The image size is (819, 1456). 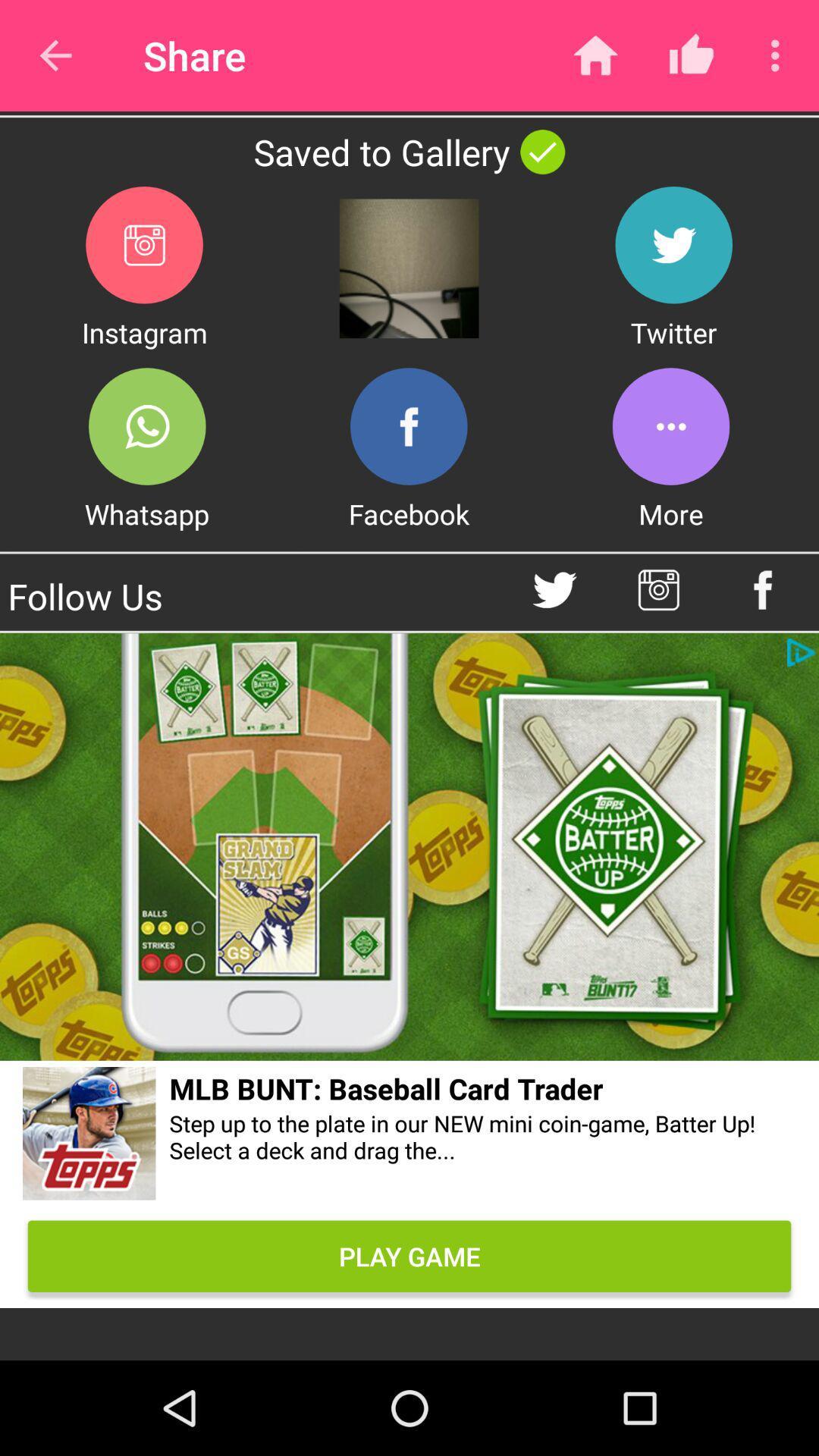 What do you see at coordinates (408, 425) in the screenshot?
I see `share on facebook` at bounding box center [408, 425].